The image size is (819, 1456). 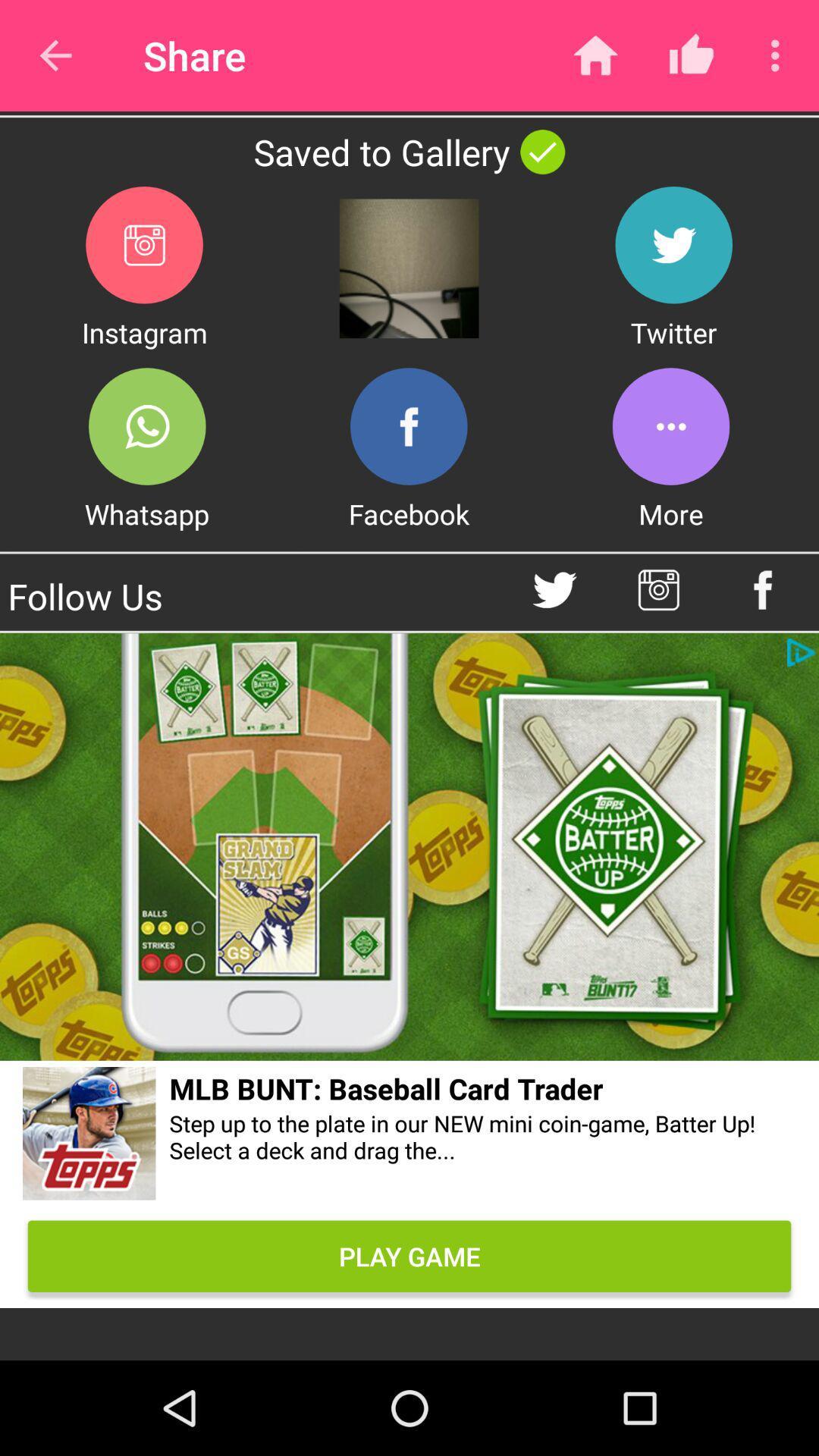 What do you see at coordinates (408, 425) in the screenshot?
I see `share on facebook` at bounding box center [408, 425].